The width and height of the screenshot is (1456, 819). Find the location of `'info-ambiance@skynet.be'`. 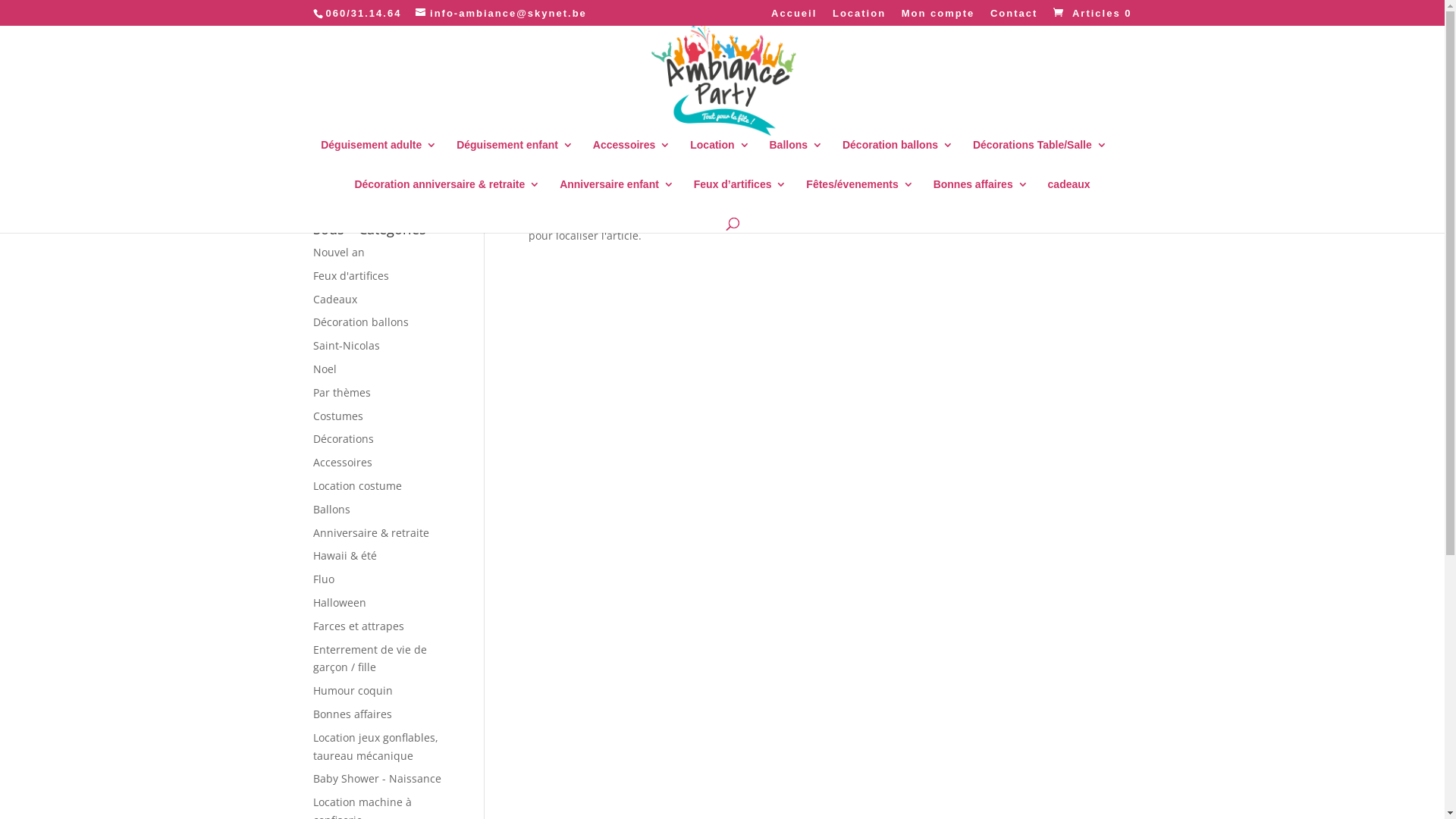

'info-ambiance@skynet.be' is located at coordinates (501, 13).